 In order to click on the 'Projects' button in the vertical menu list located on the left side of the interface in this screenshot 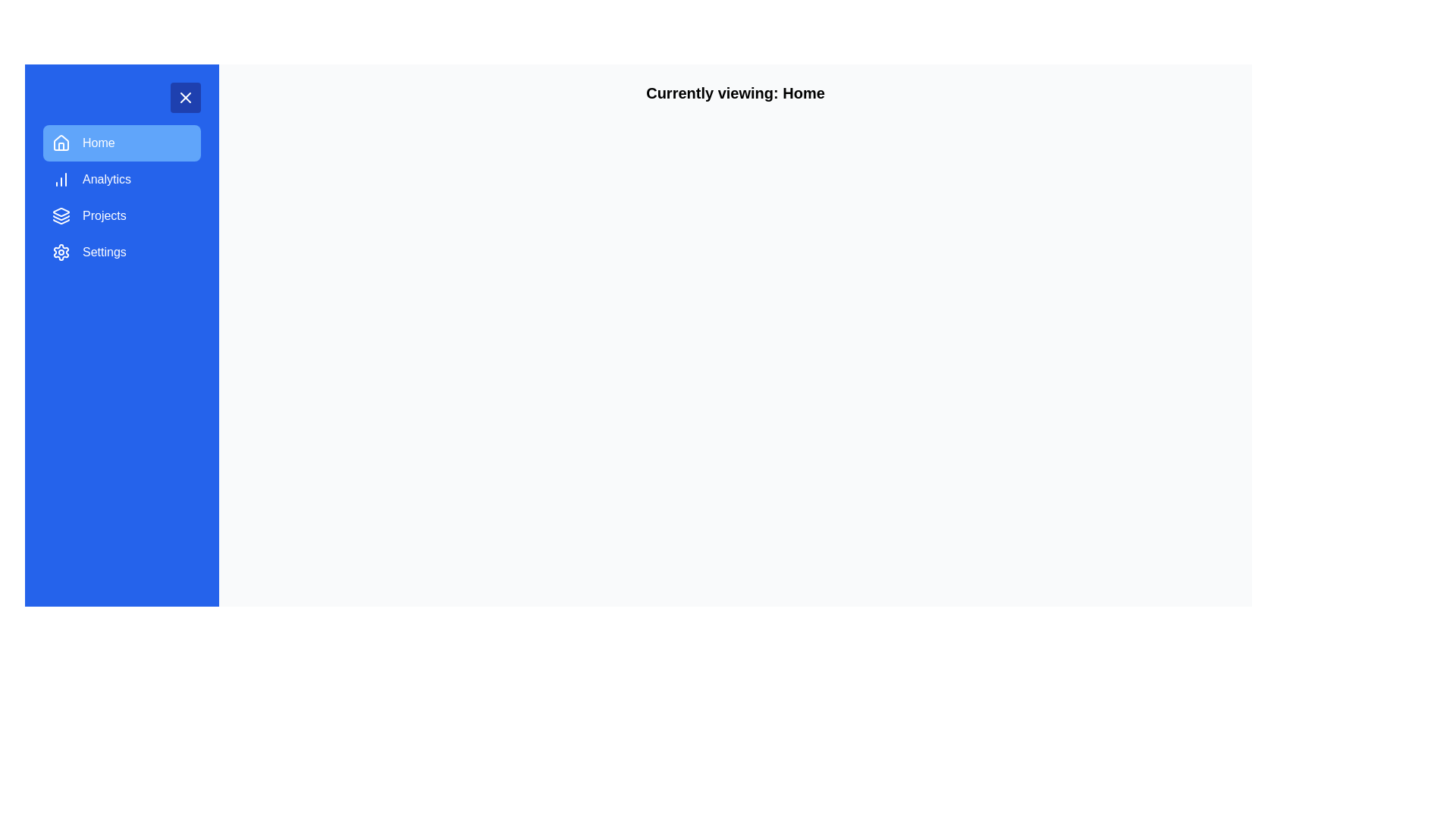, I will do `click(103, 216)`.